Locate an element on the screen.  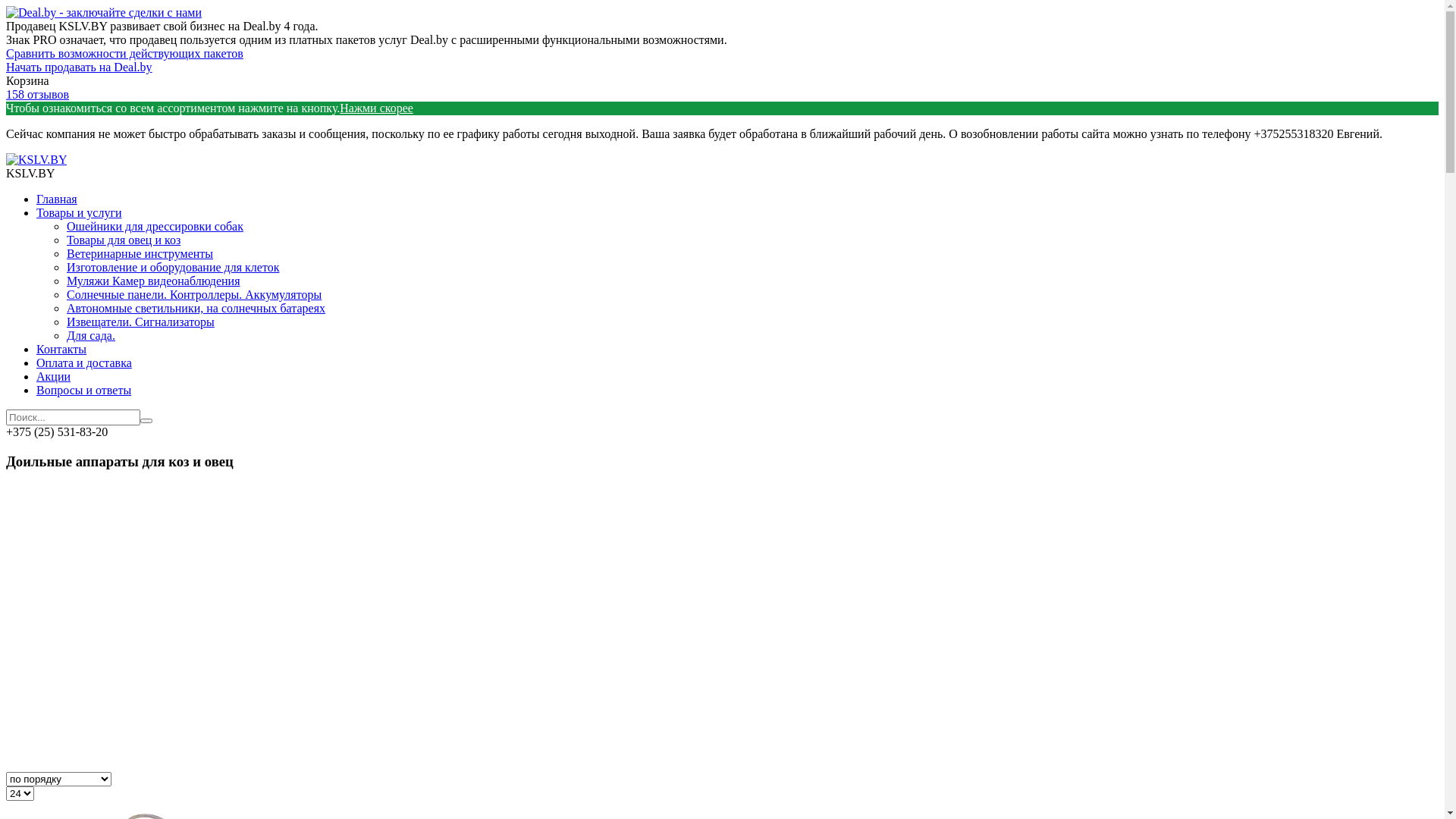
'KSLV.BY' is located at coordinates (36, 159).